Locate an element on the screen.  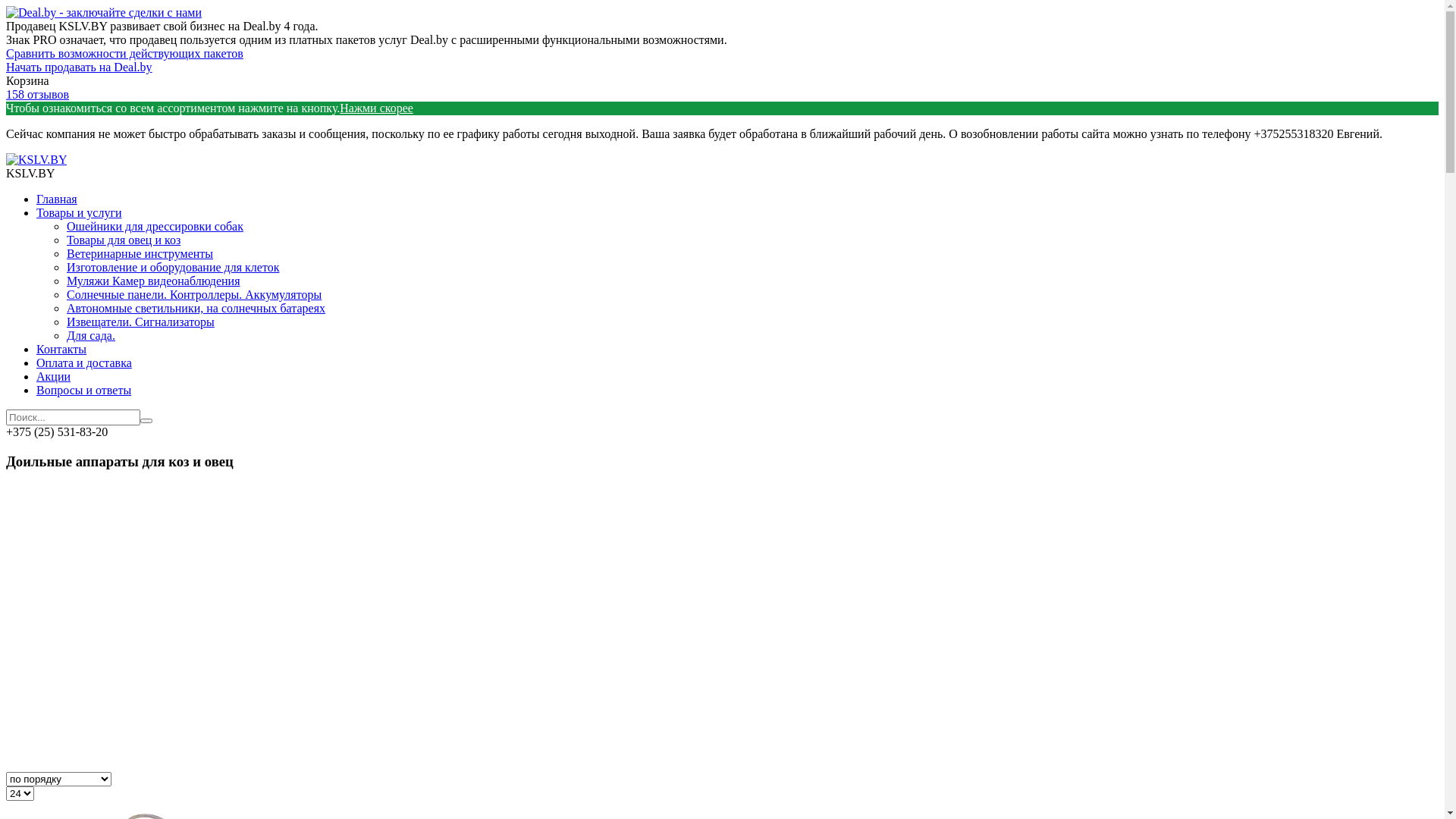
'KSLV.BY' is located at coordinates (36, 159).